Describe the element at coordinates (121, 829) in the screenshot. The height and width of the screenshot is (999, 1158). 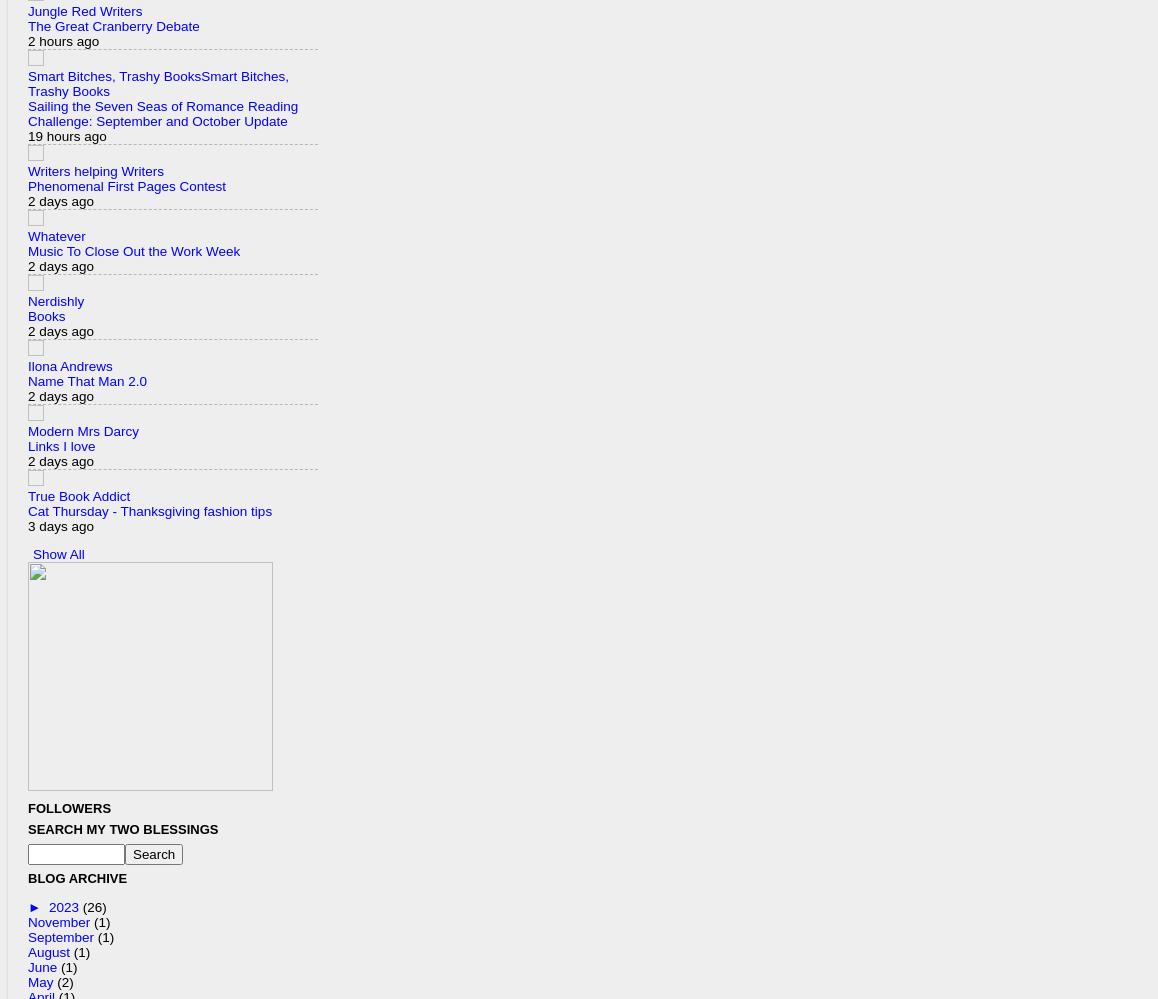
I see `'Search My Two Blessings'` at that location.